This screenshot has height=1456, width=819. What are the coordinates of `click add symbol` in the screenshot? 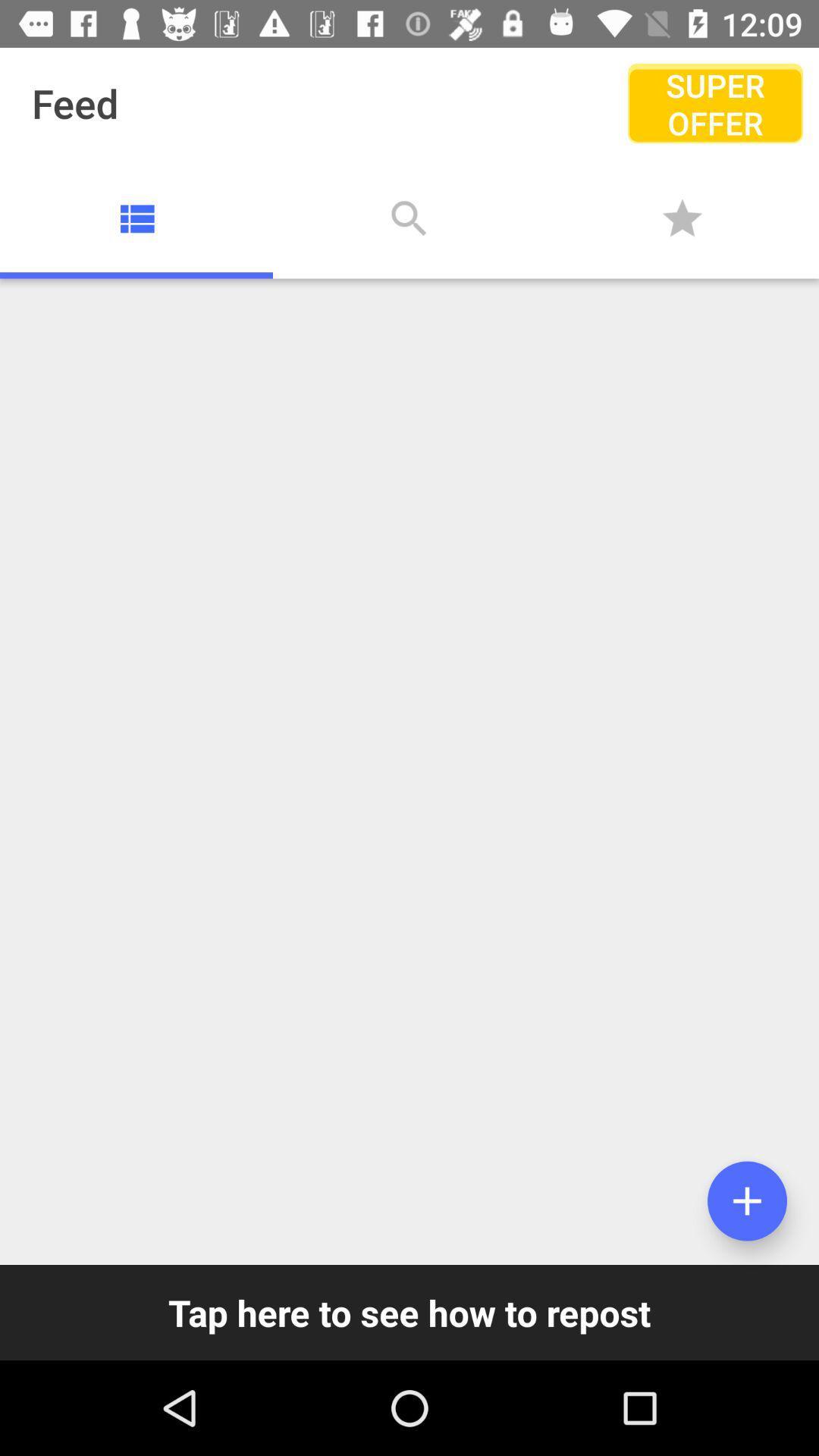 It's located at (746, 1200).